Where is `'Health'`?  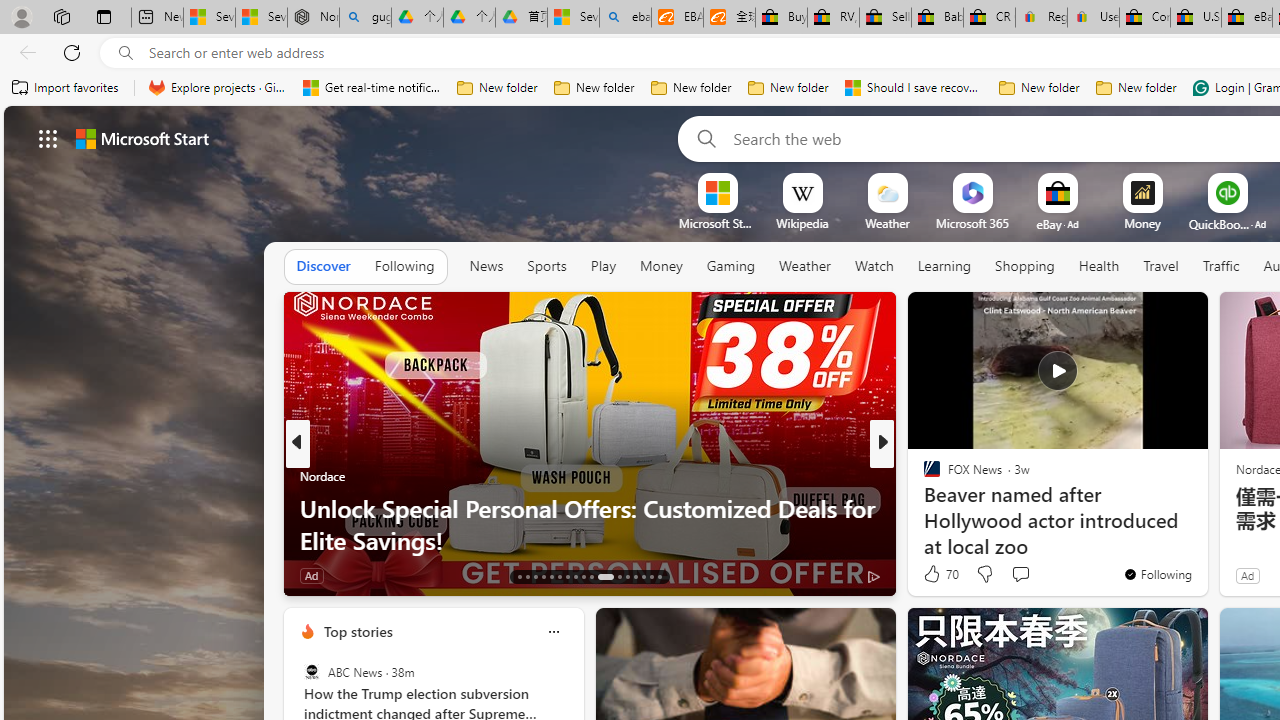 'Health' is located at coordinates (1097, 266).